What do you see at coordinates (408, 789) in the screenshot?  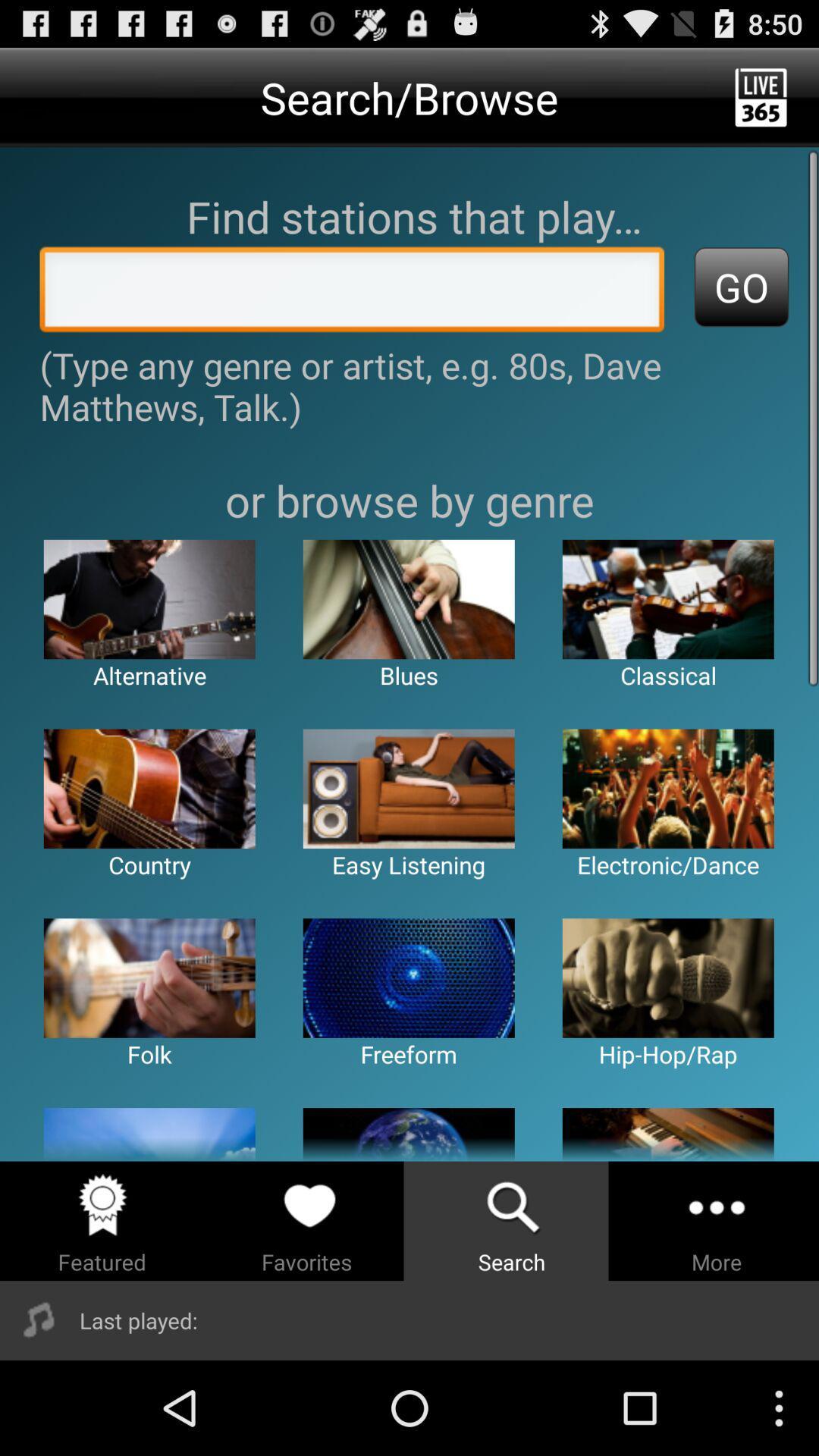 I see `the image below blues` at bounding box center [408, 789].